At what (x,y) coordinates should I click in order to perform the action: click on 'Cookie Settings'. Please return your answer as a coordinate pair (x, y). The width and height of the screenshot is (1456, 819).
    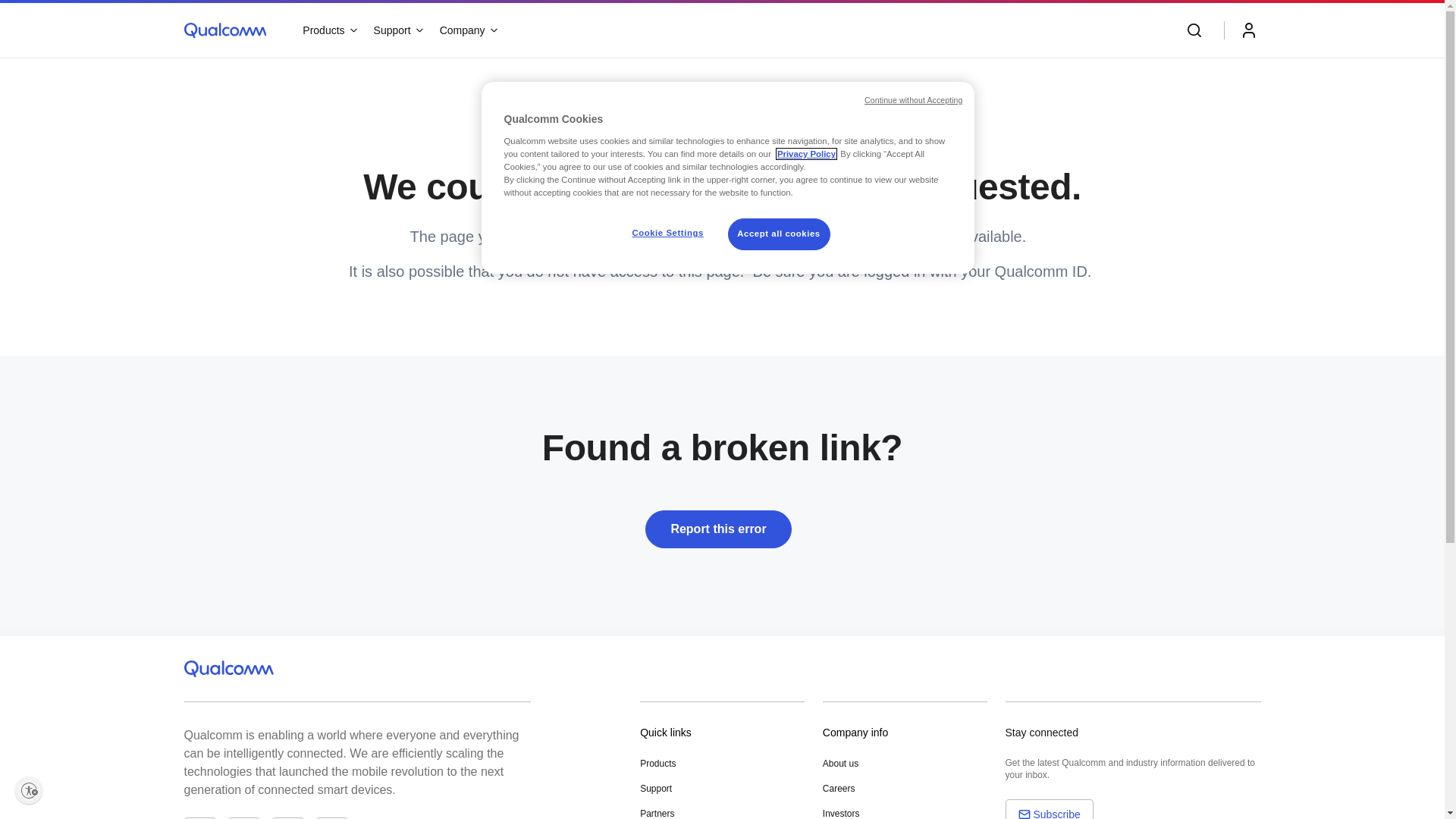
    Looking at the image, I should click on (667, 234).